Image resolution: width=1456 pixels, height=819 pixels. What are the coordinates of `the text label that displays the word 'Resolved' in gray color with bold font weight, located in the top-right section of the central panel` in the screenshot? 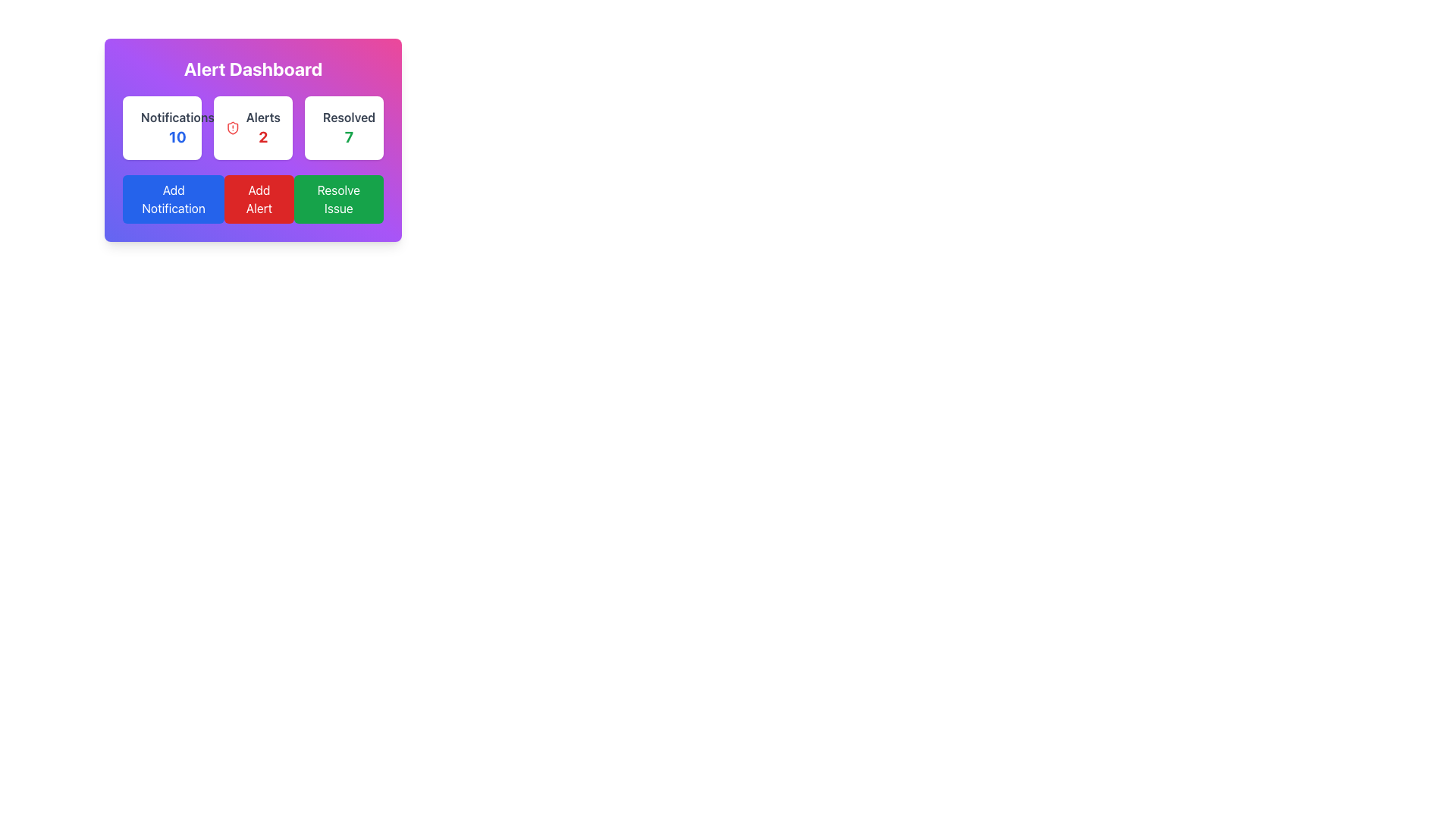 It's located at (348, 116).